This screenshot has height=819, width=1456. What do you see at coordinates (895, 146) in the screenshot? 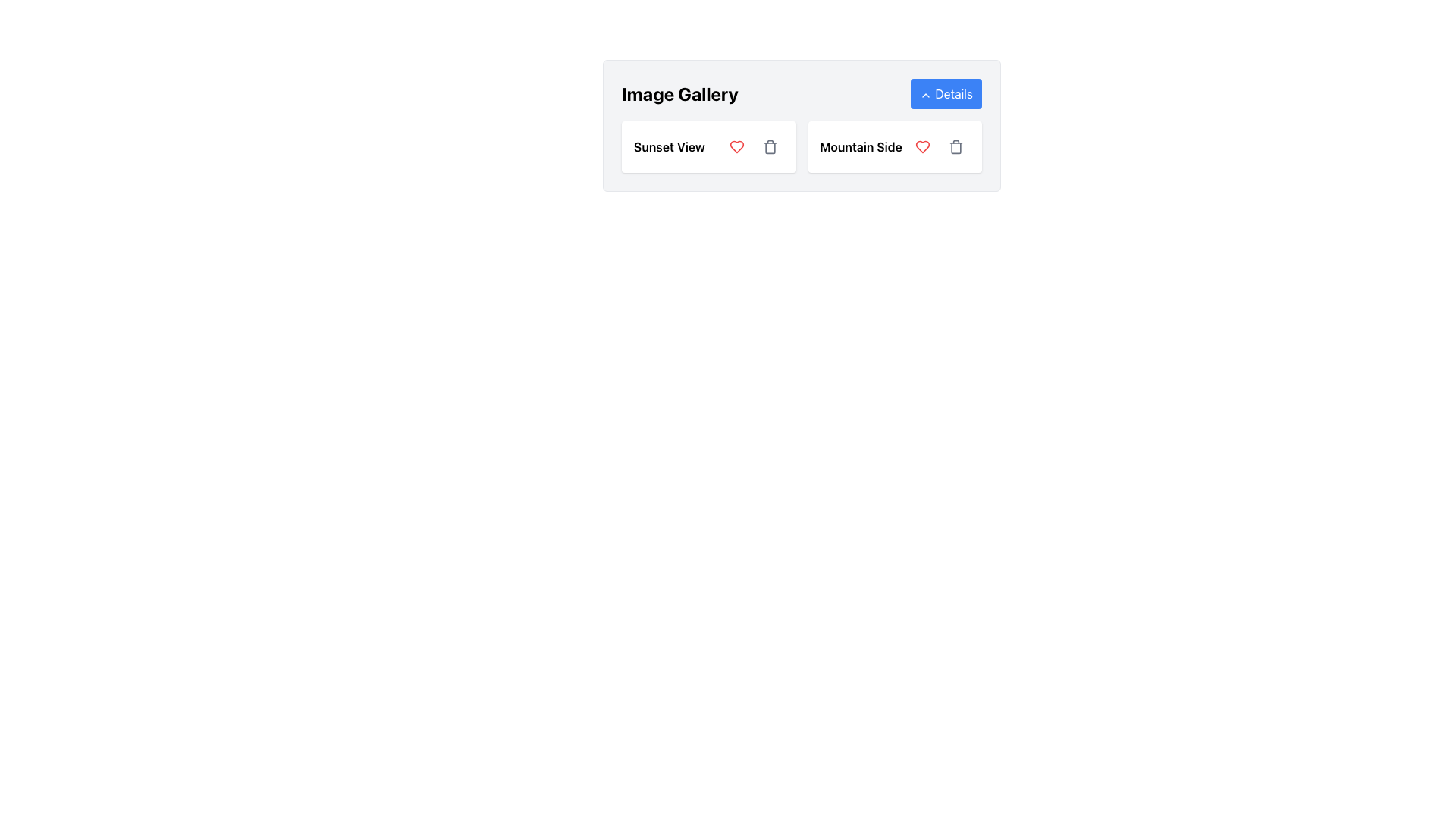
I see `the card labeled 'Mountain Side' in the image gallery` at bounding box center [895, 146].